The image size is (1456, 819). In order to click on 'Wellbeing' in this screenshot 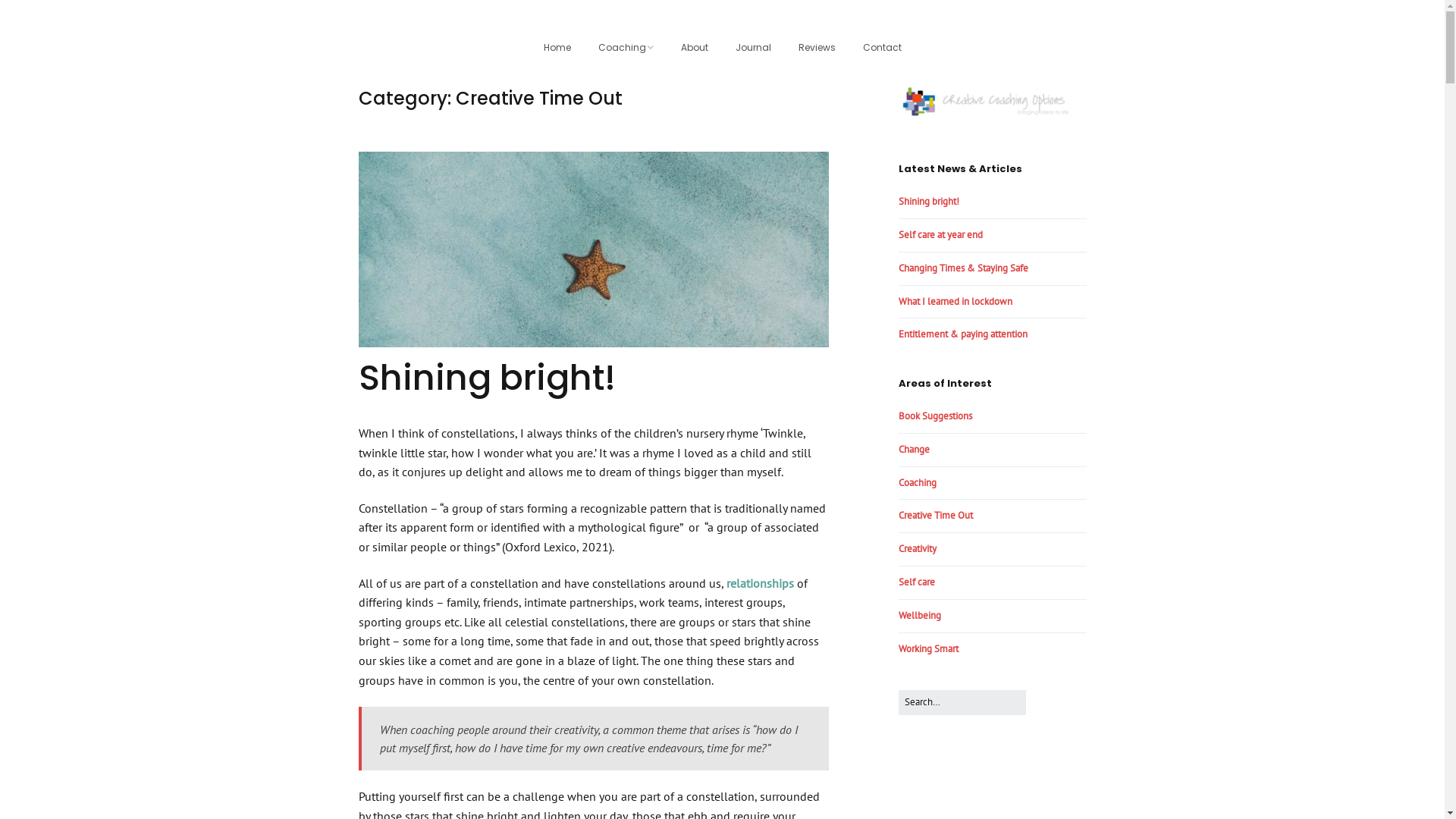, I will do `click(918, 615)`.